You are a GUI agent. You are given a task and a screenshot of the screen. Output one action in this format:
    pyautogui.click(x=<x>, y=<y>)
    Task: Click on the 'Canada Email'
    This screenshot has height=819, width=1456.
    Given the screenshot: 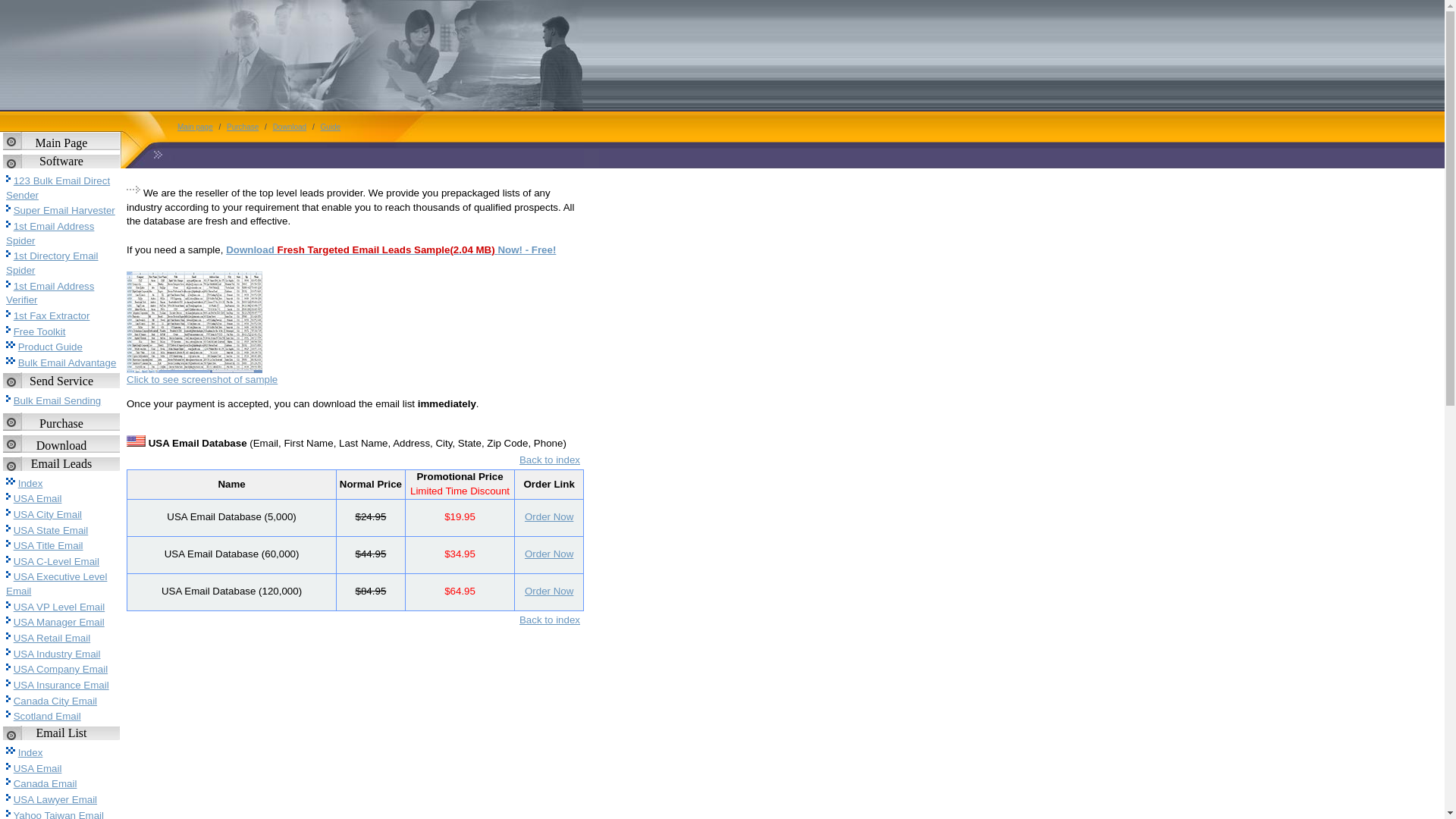 What is the action you would take?
    pyautogui.click(x=45, y=783)
    